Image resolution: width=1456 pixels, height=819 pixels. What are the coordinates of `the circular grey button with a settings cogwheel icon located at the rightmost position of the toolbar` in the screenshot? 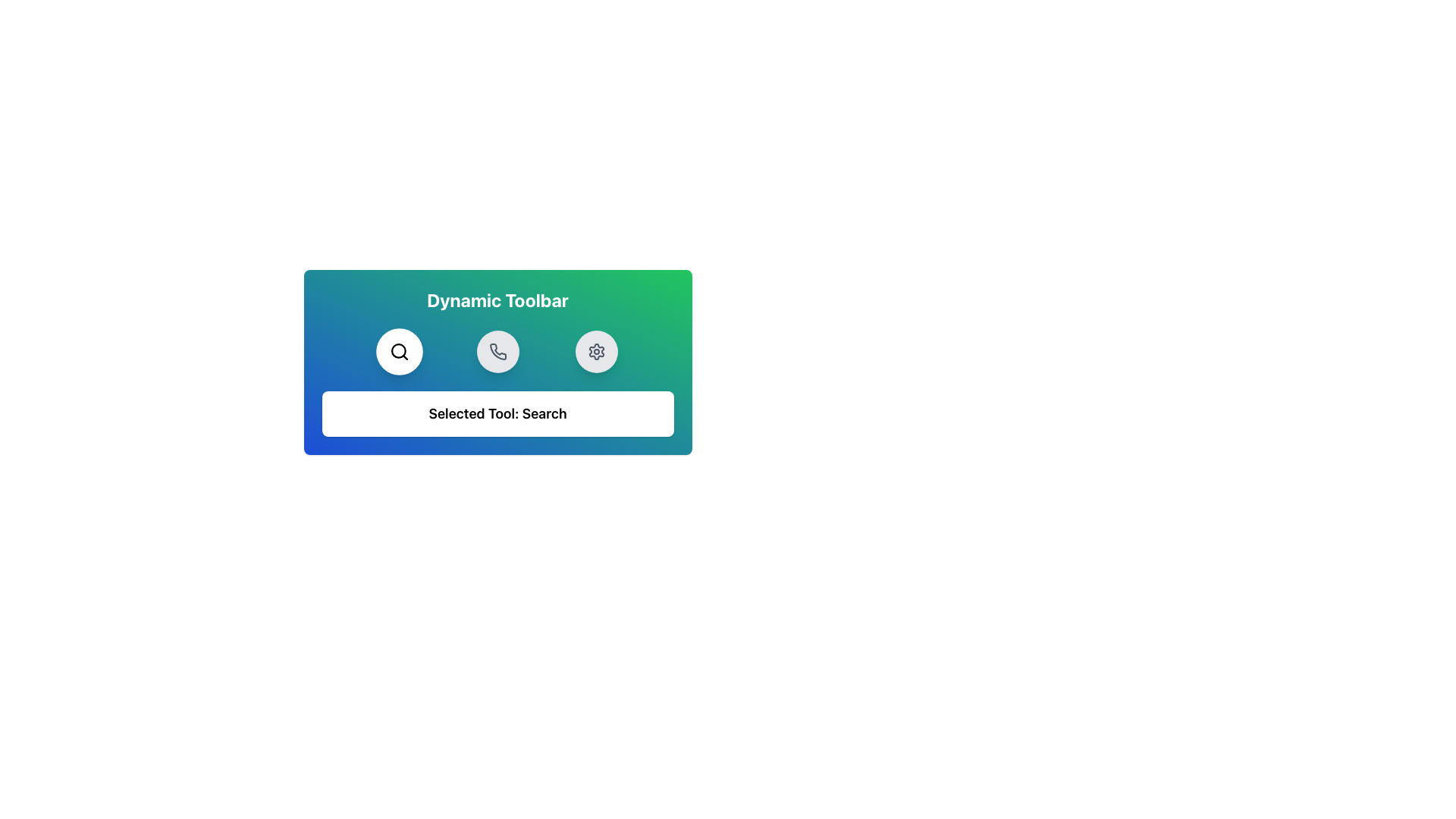 It's located at (595, 351).